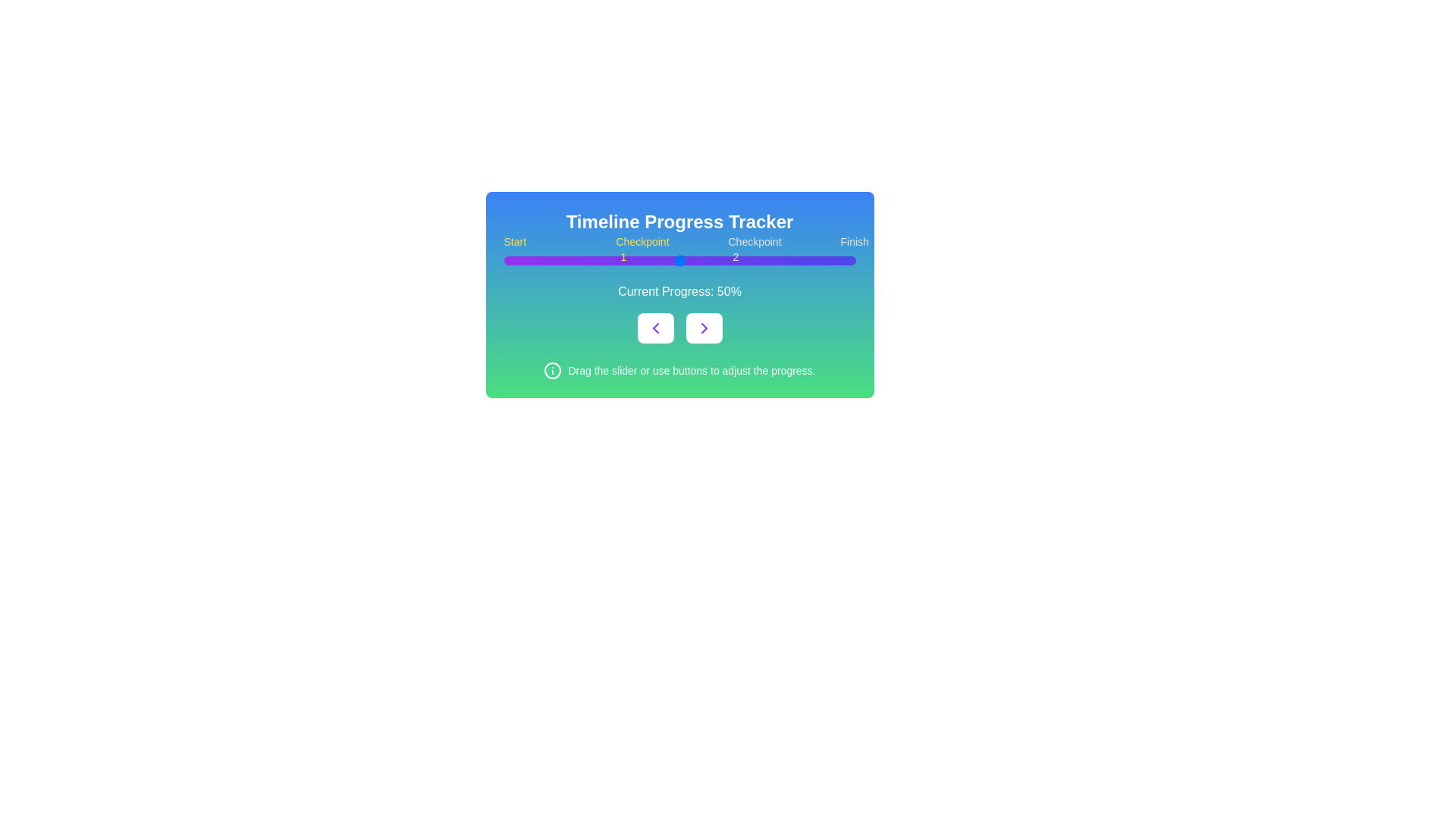 This screenshot has width=1456, height=819. I want to click on progress on the slider, so click(799, 259).